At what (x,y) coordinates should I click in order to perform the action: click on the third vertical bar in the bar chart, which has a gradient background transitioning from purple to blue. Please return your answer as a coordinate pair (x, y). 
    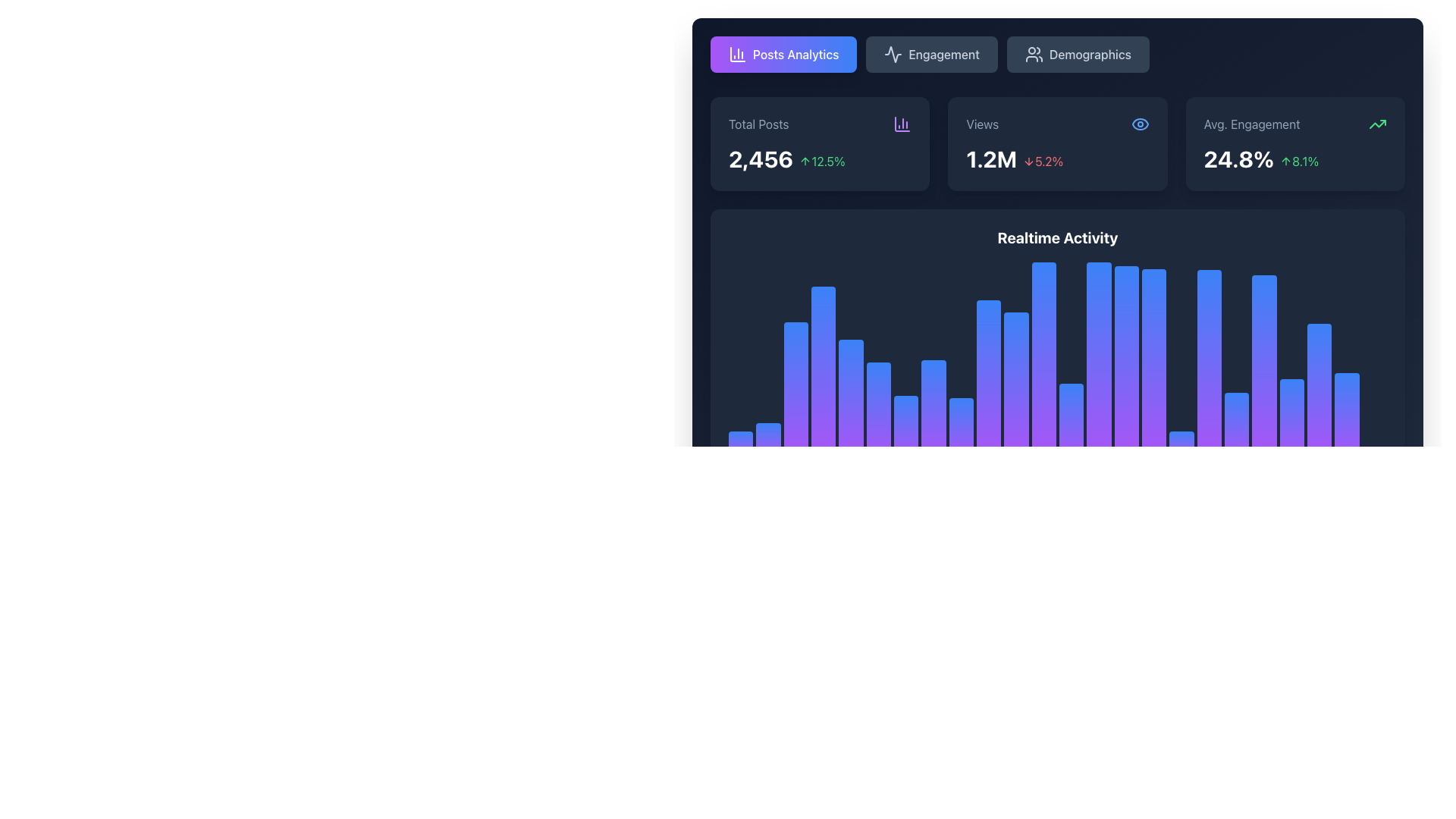
    Looking at the image, I should click on (795, 367).